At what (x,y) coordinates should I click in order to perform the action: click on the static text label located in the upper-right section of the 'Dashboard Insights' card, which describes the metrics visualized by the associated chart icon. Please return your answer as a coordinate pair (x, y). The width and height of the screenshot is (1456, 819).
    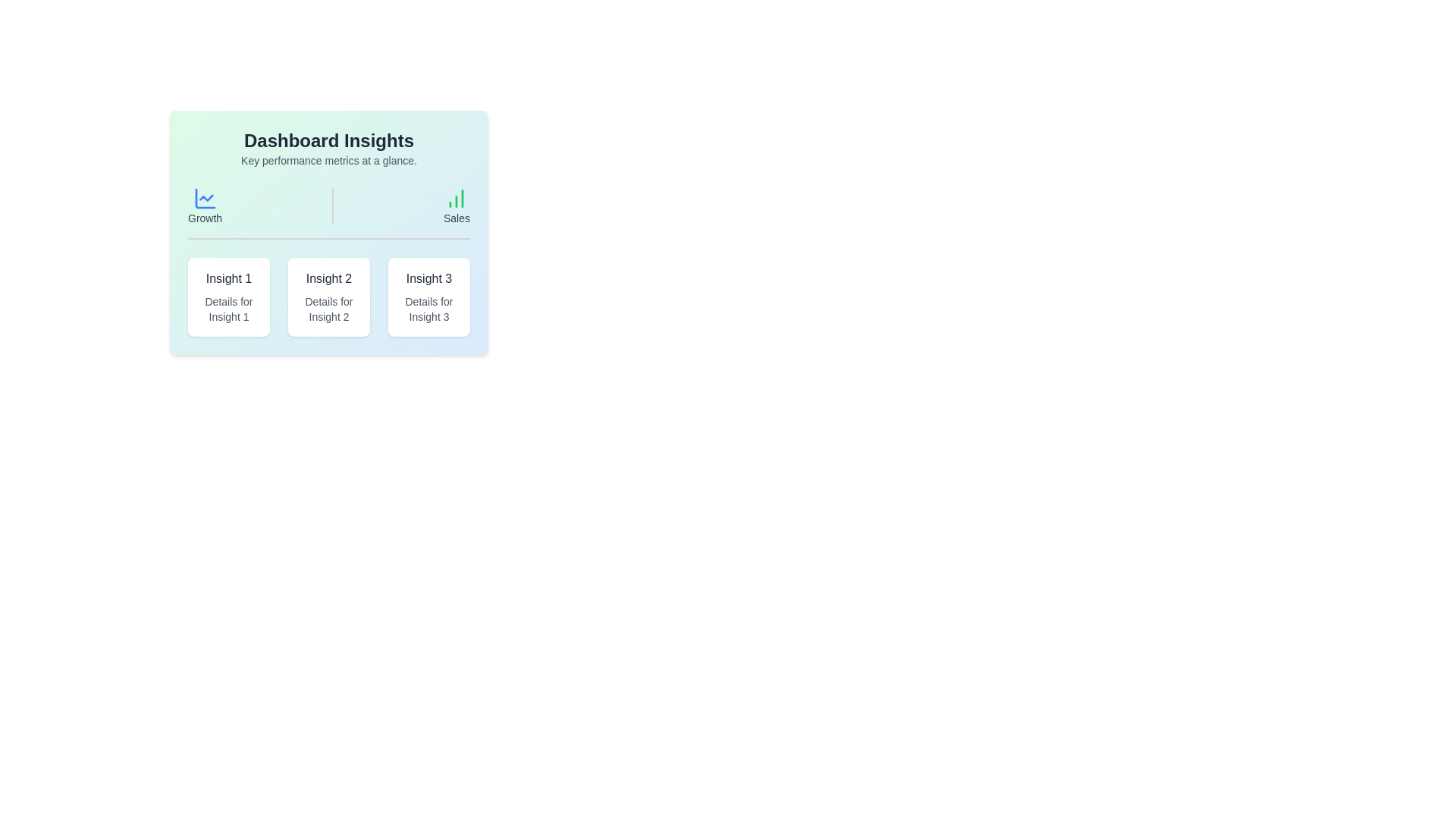
    Looking at the image, I should click on (456, 218).